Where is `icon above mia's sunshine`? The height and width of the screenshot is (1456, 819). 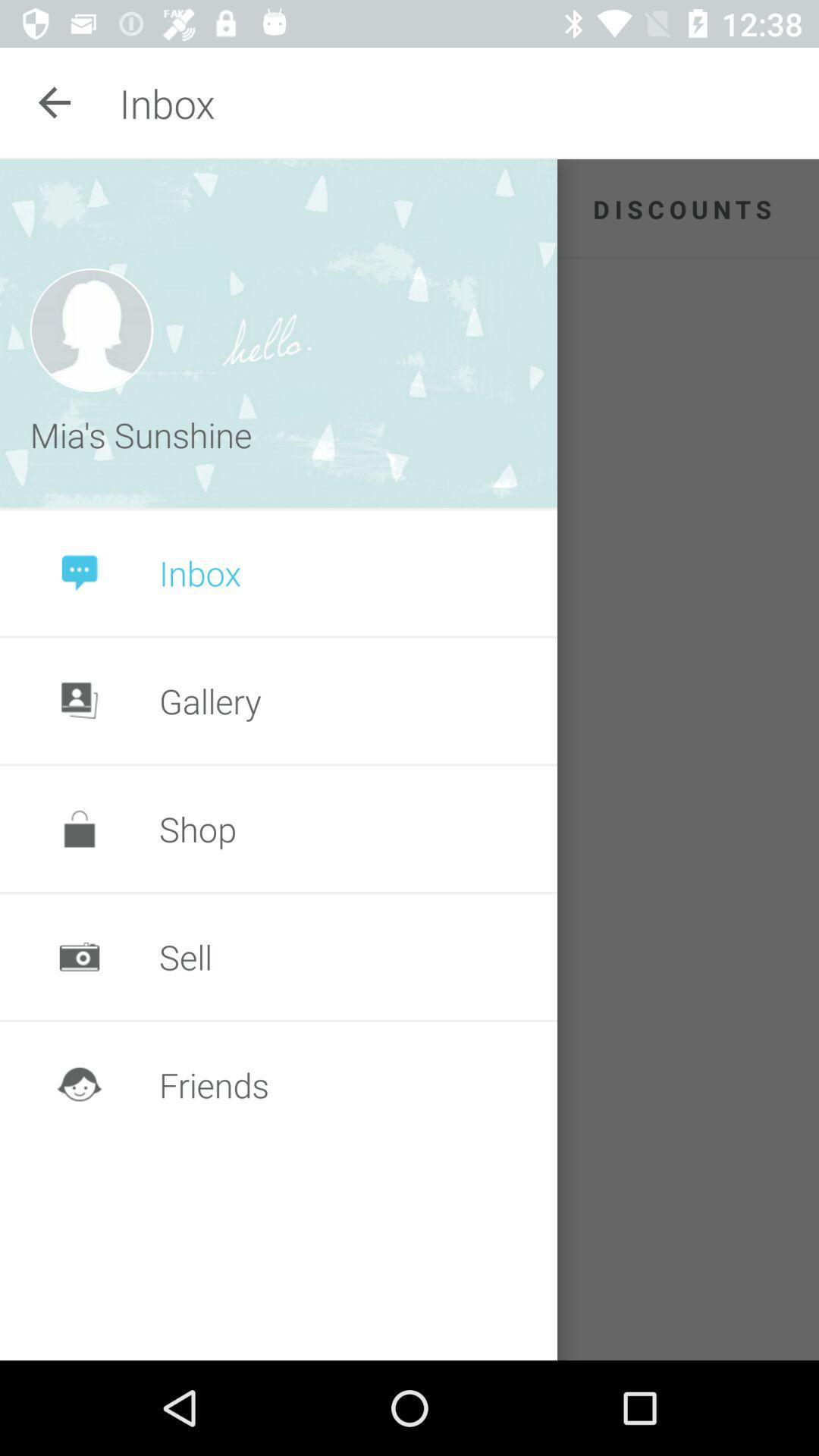
icon above mia's sunshine is located at coordinates (91, 329).